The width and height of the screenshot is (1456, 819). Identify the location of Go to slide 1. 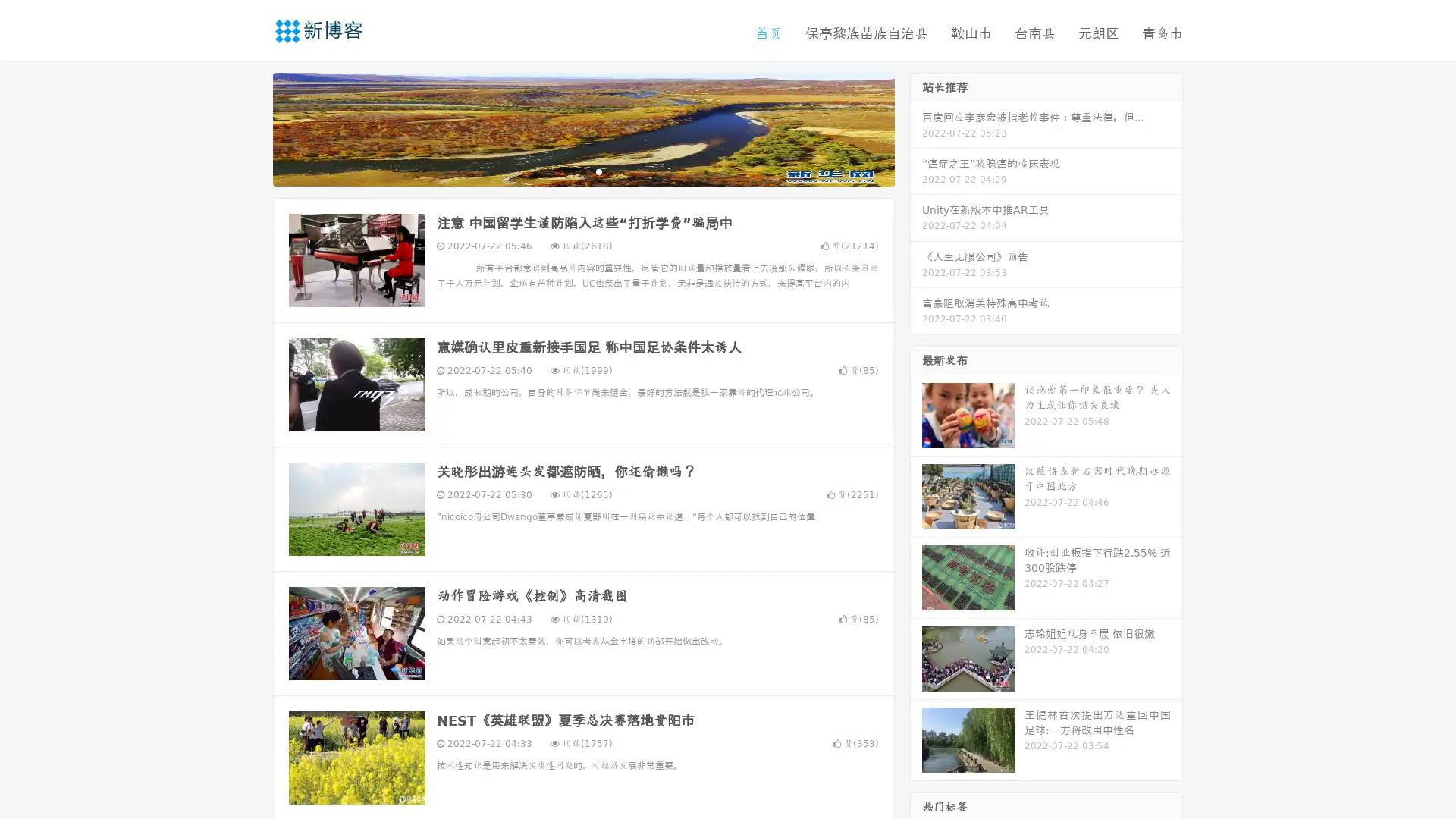
(567, 171).